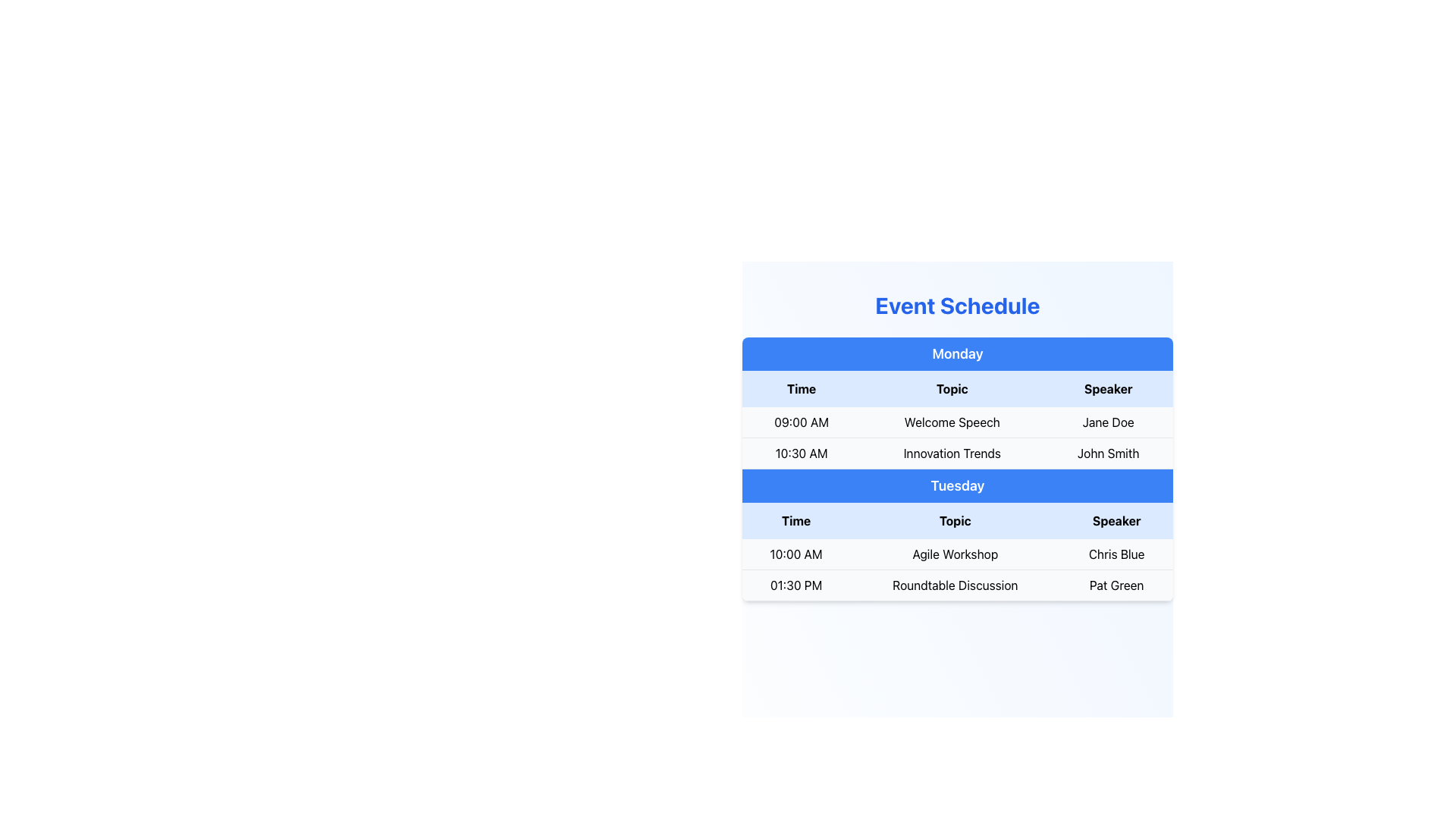  I want to click on the text label that serves as a header for the events scheduled for Tuesday, which is located directly below the 'Monday' row in the event schedule, so click(956, 485).